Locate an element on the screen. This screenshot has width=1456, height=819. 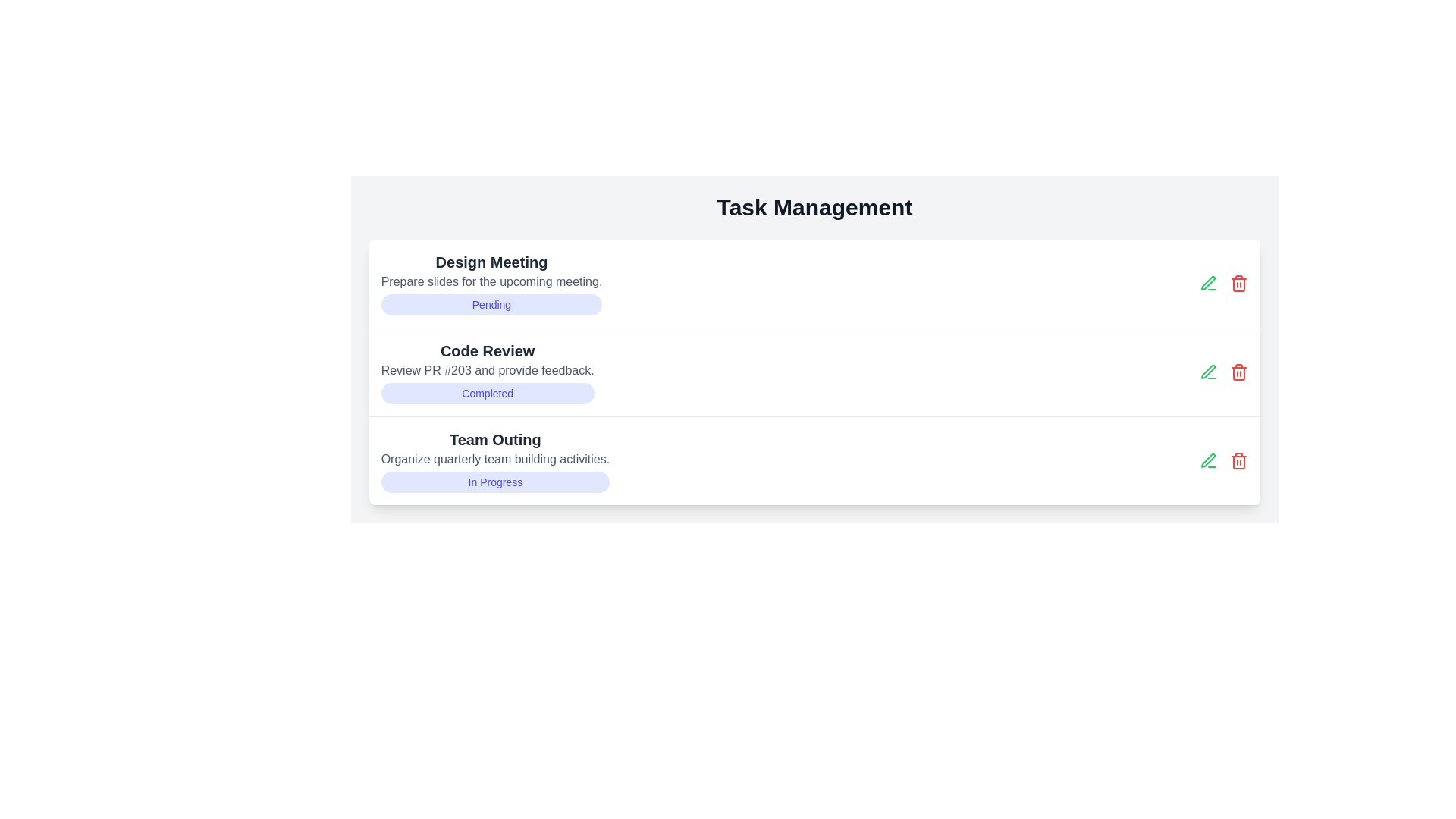
the Status badge that contains the text 'In Progress', which is styled with a medium font and light indigo background, located below the texts 'Team Outing' and 'Organize quarterly team building activities' is located at coordinates (495, 482).